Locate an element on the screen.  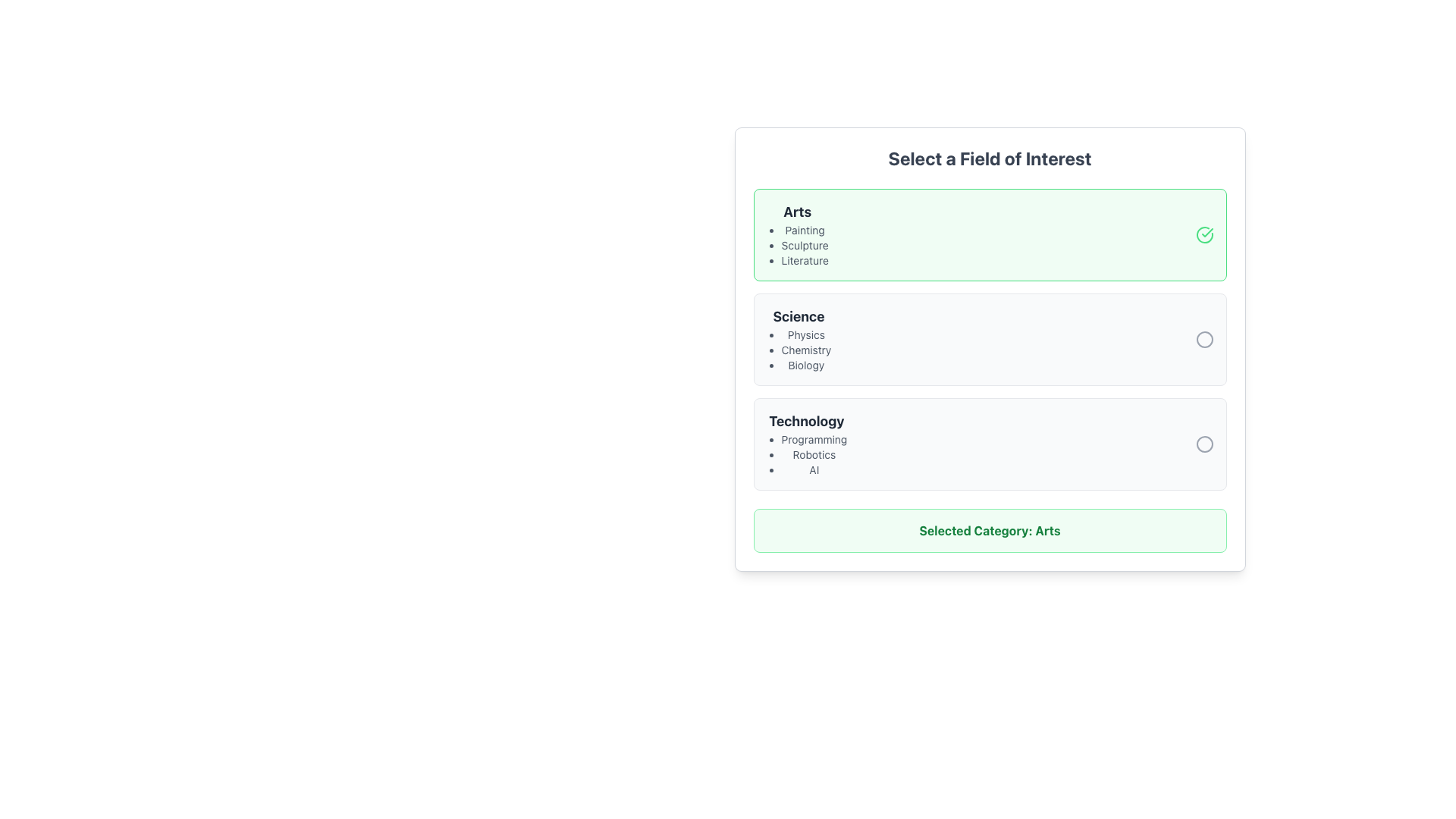
the SVG Circle indicator for the 'Technology' category, which is the only circular element next to the 'Technology' label in the lower section of the menu is located at coordinates (1203, 444).